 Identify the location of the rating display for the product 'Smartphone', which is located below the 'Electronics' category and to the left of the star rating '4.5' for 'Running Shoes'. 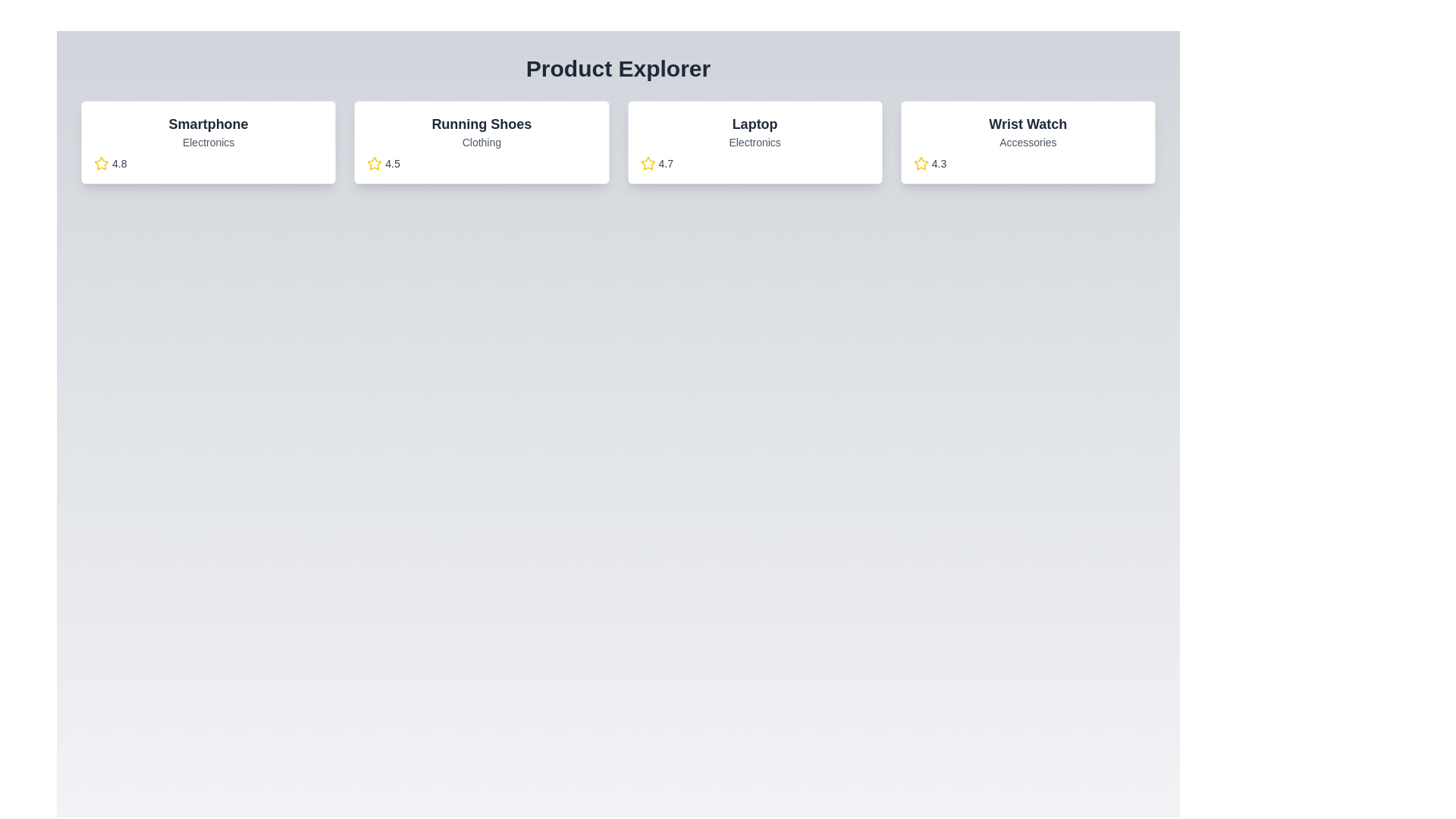
(208, 164).